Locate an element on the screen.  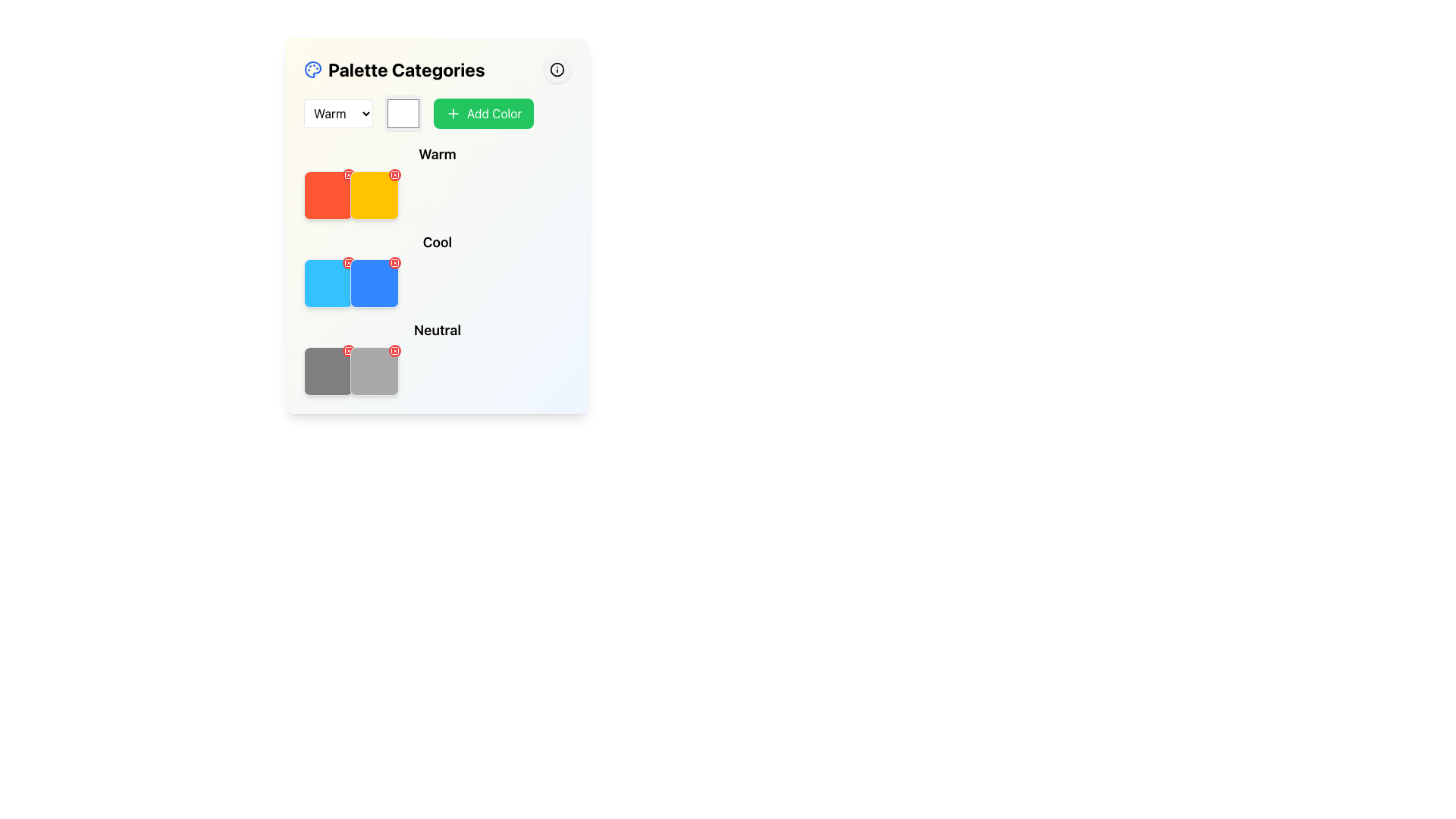
the close button icon located at the top-right corner, which is a small rectangle with rounded corners within a red circular background is located at coordinates (348, 350).